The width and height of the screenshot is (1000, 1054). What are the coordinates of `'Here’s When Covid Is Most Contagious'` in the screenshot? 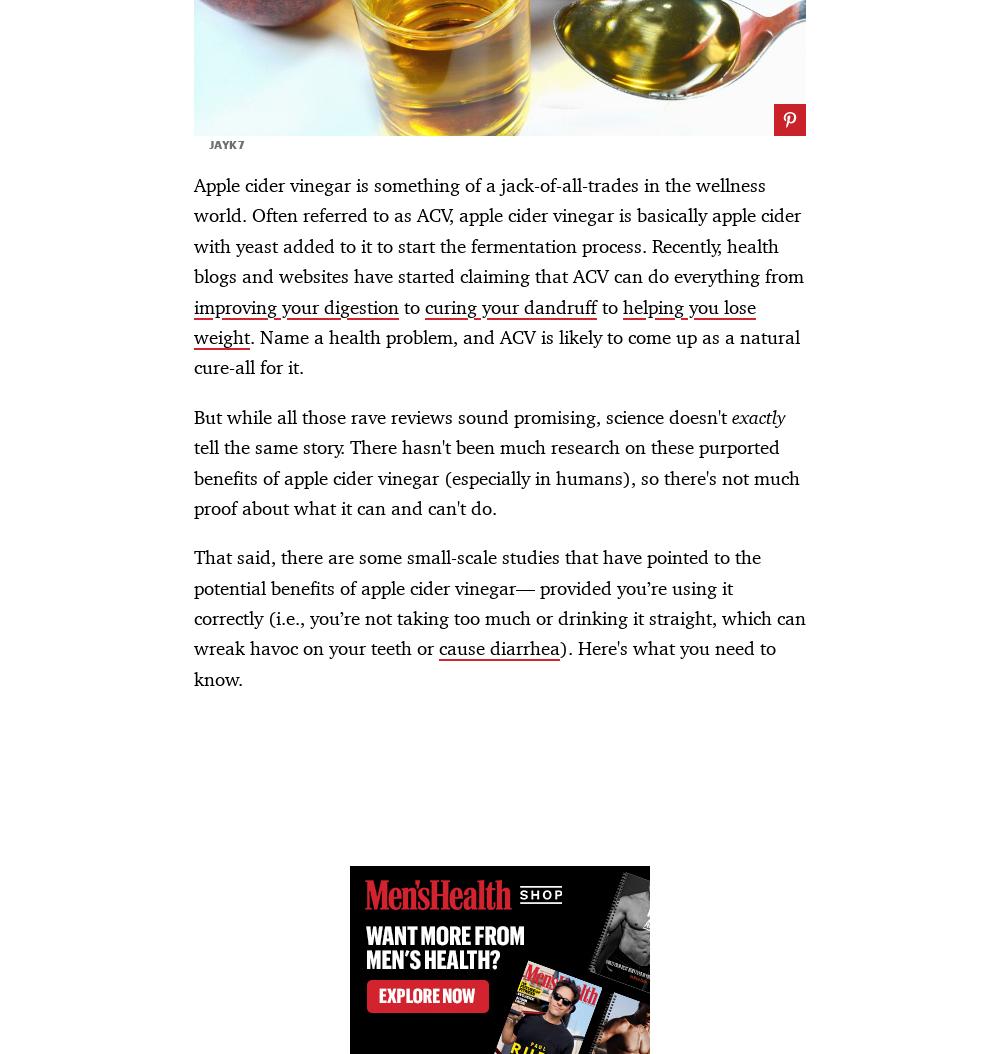 It's located at (144, 419).